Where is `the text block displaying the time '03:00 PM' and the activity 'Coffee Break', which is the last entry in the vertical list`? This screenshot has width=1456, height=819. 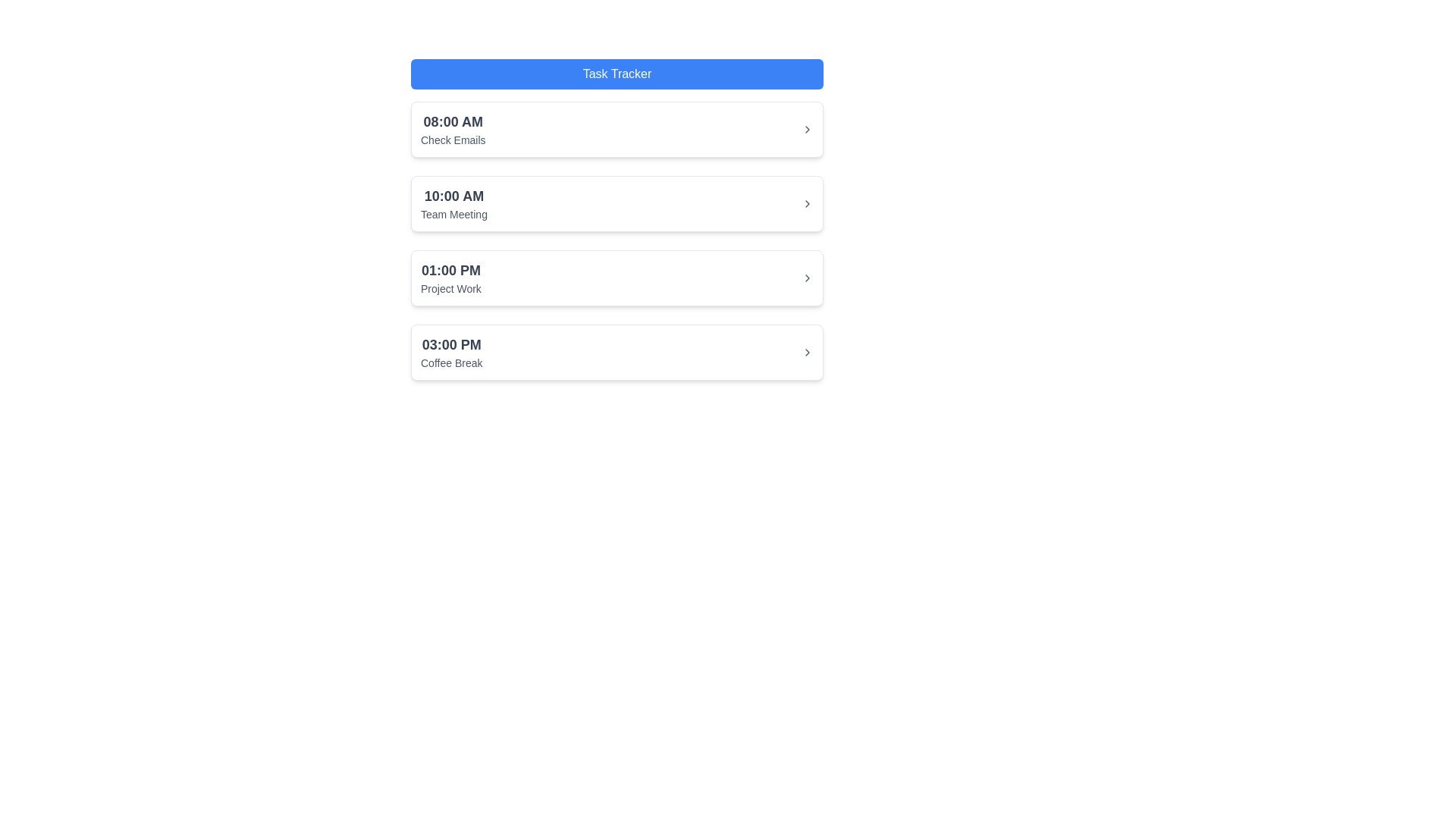
the text block displaying the time '03:00 PM' and the activity 'Coffee Break', which is the last entry in the vertical list is located at coordinates (450, 353).